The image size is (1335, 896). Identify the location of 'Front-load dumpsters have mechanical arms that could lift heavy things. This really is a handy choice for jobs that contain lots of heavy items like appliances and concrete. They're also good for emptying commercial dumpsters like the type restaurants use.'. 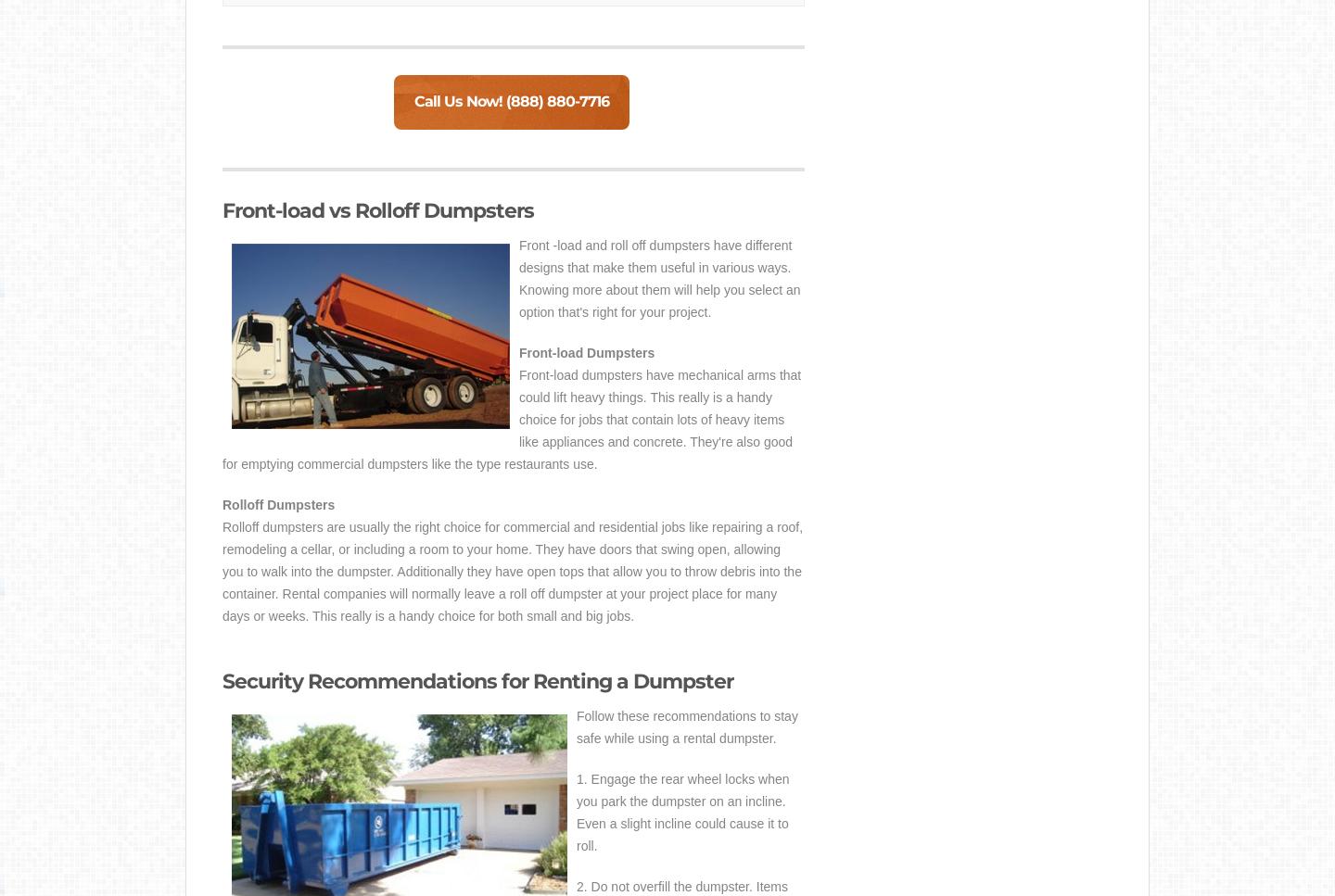
(511, 420).